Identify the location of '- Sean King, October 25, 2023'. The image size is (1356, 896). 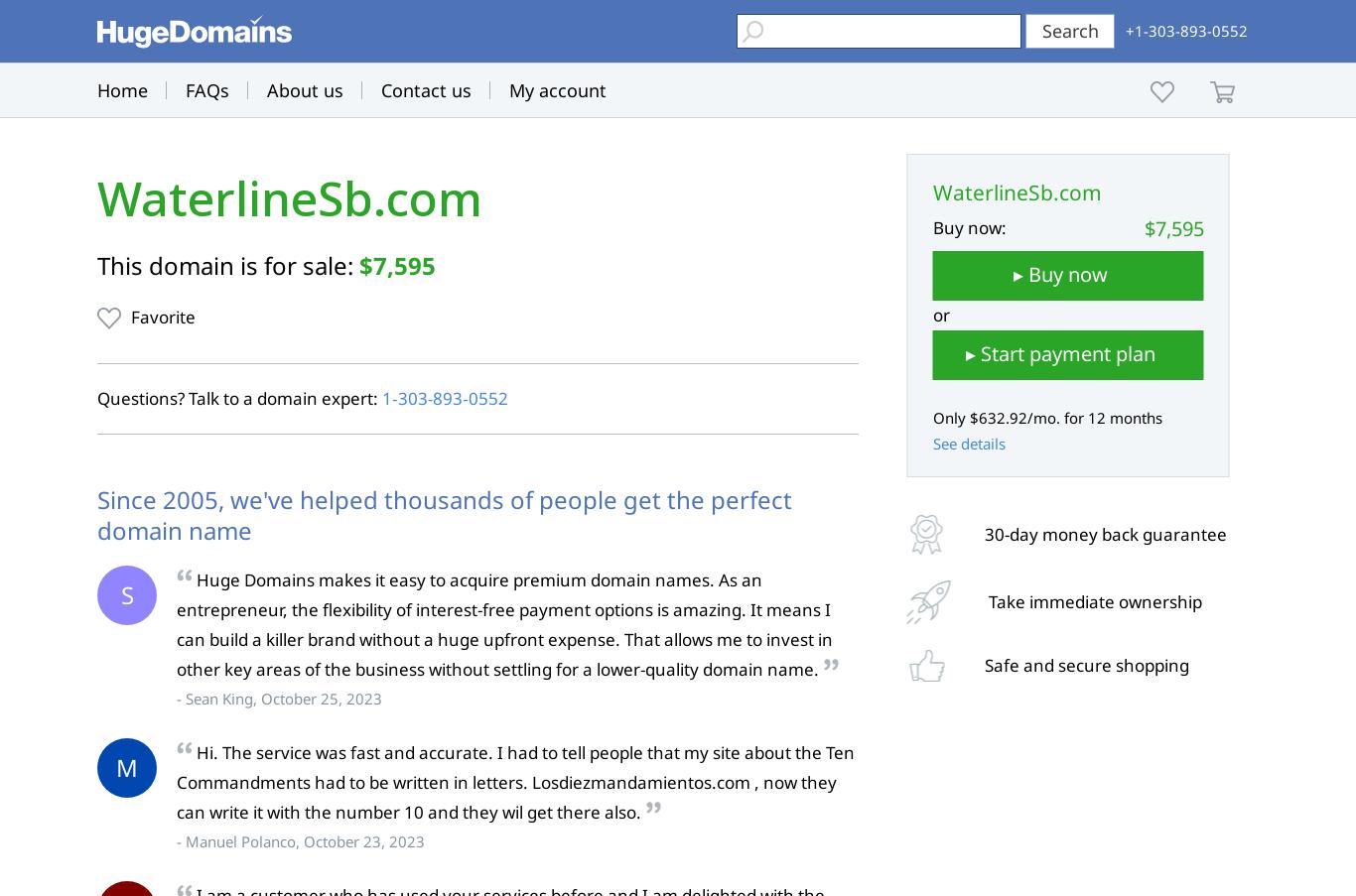
(279, 697).